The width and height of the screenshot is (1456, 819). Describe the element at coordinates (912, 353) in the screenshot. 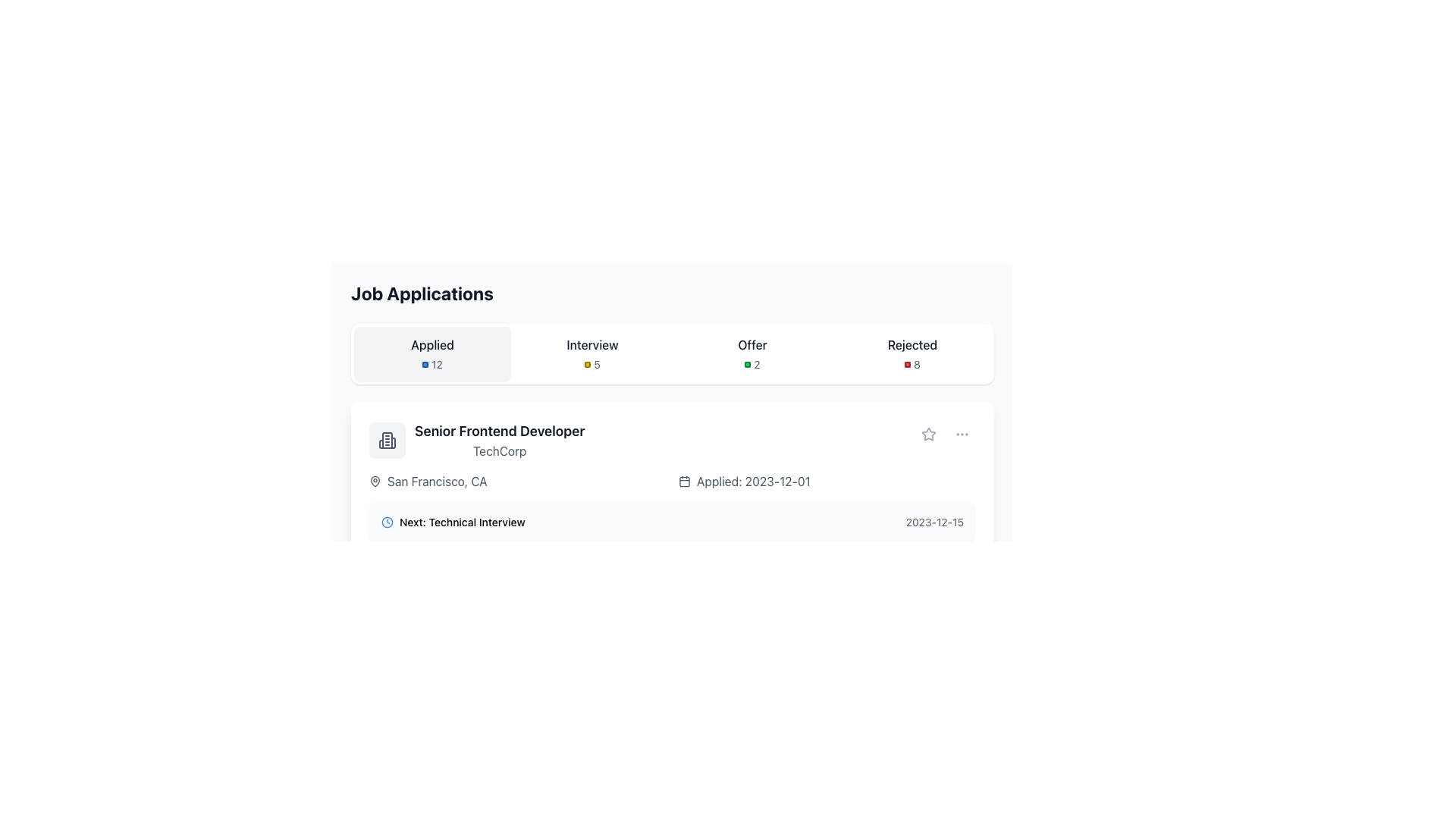

I see `the label indicating the number of rejected job applications, which is the last element in the row of status indicators` at that location.